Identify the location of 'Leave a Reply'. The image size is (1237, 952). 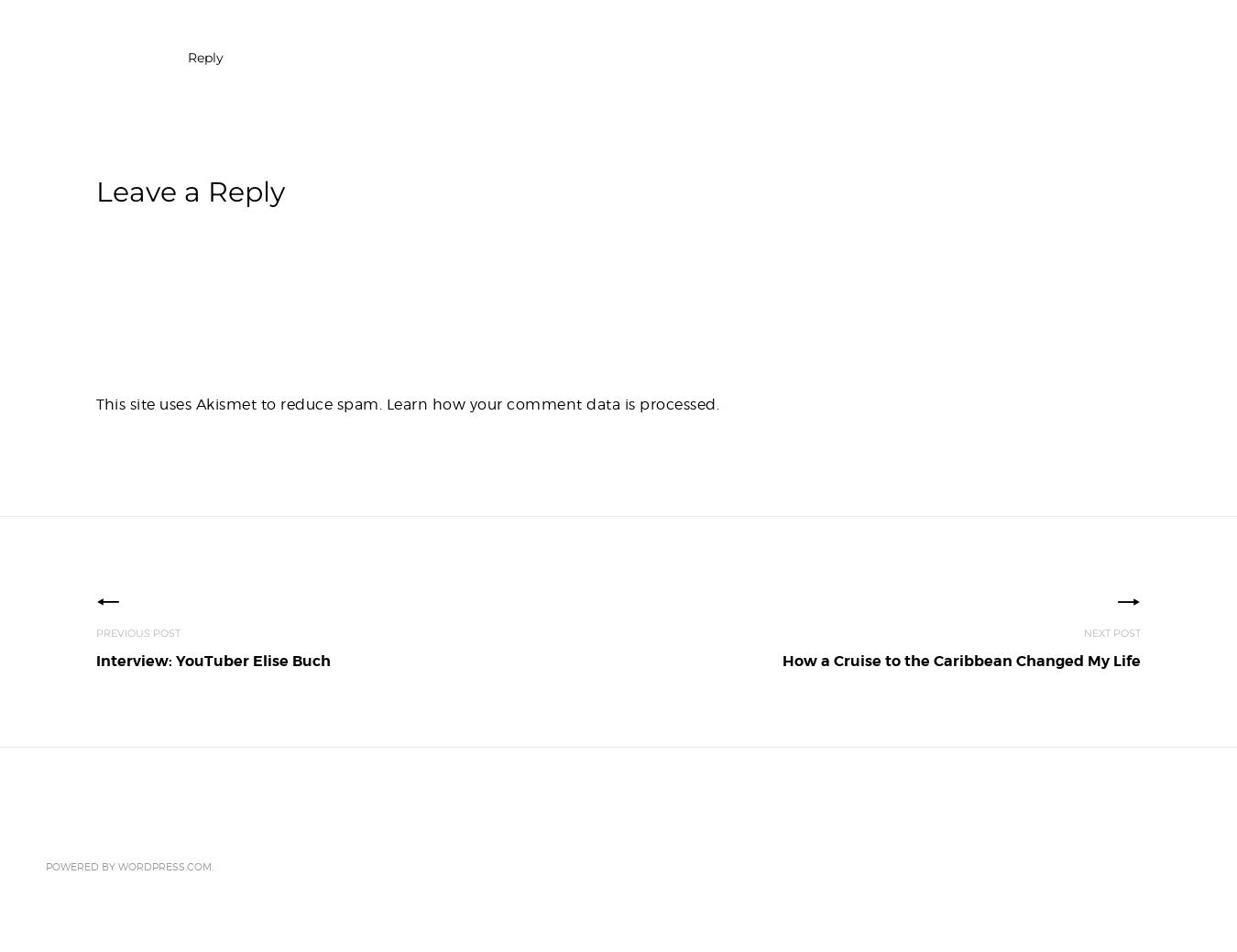
(95, 191).